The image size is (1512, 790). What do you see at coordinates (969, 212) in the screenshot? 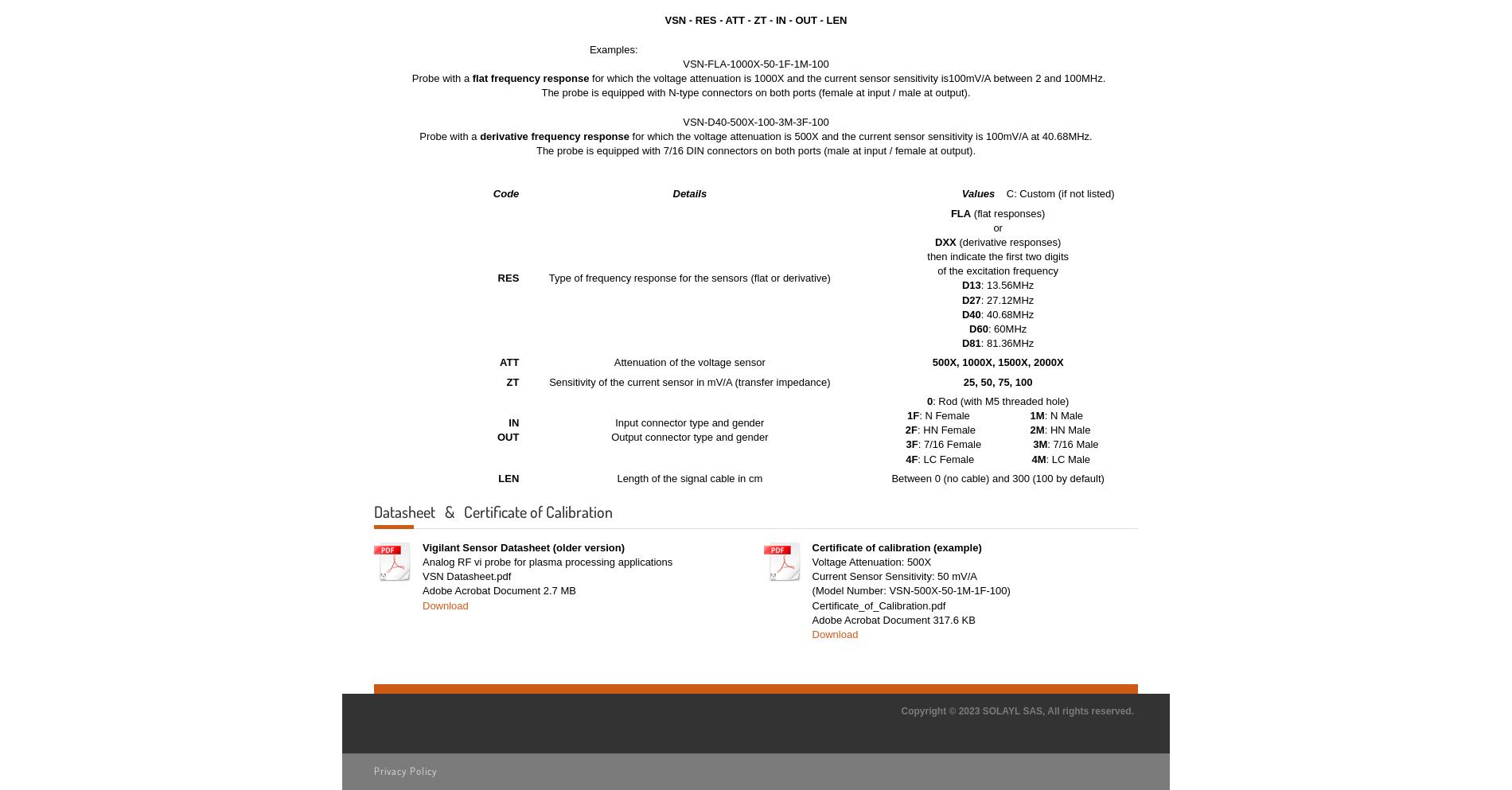
I see `'(flat responses)'` at bounding box center [969, 212].